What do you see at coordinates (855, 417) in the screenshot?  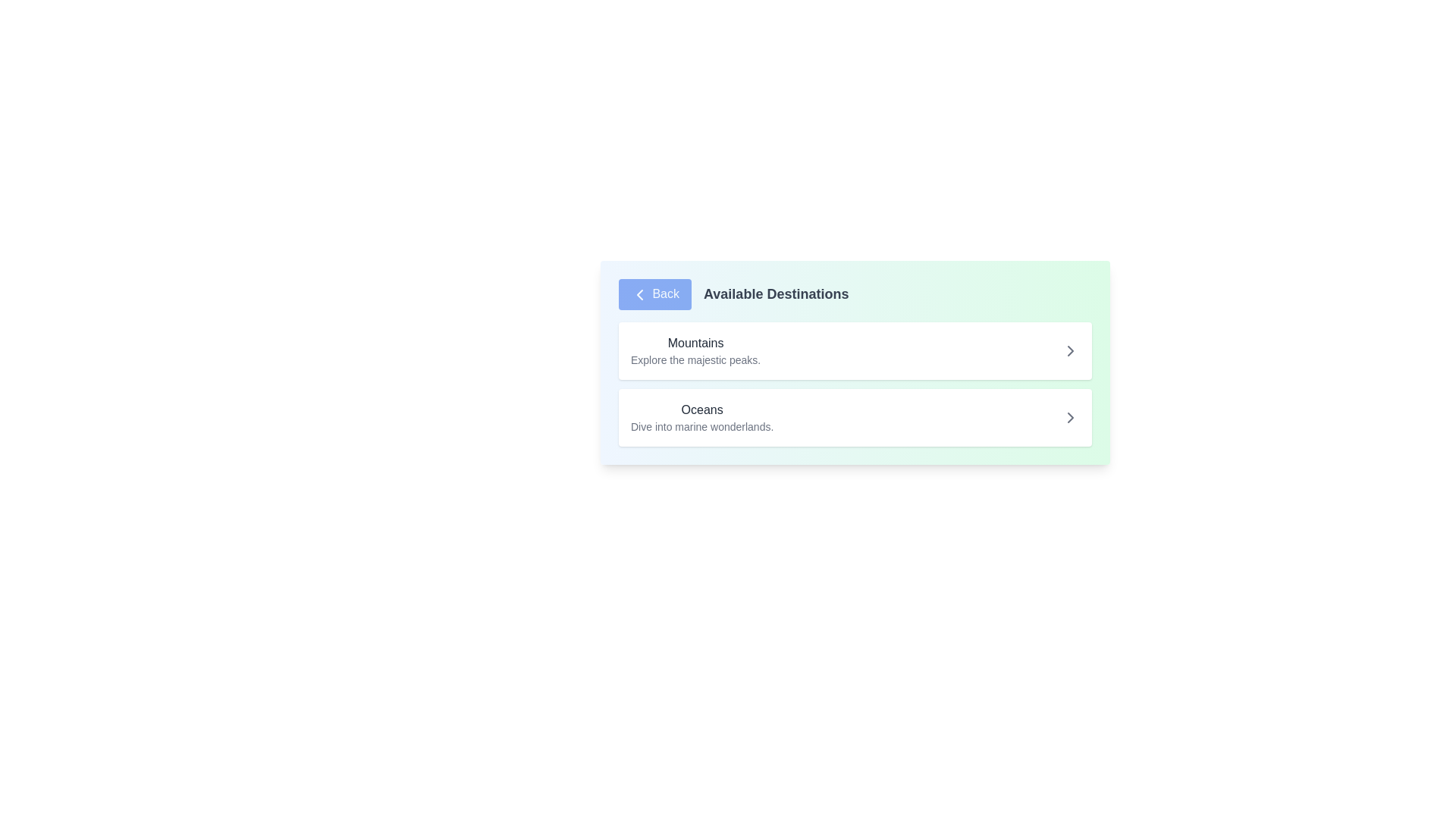 I see `the second selectable list item under 'Available Destinations'` at bounding box center [855, 417].